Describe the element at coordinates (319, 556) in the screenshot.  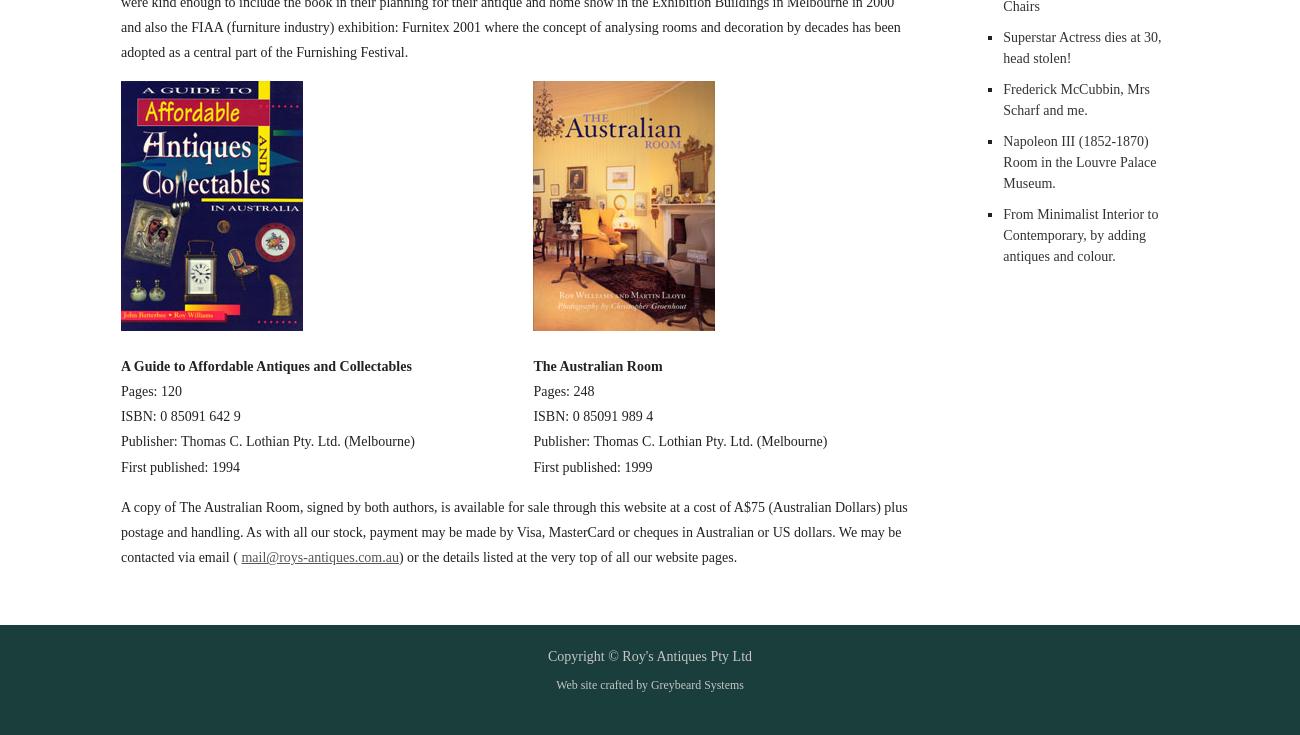
I see `'mail@roys-antiques.com.au'` at that location.